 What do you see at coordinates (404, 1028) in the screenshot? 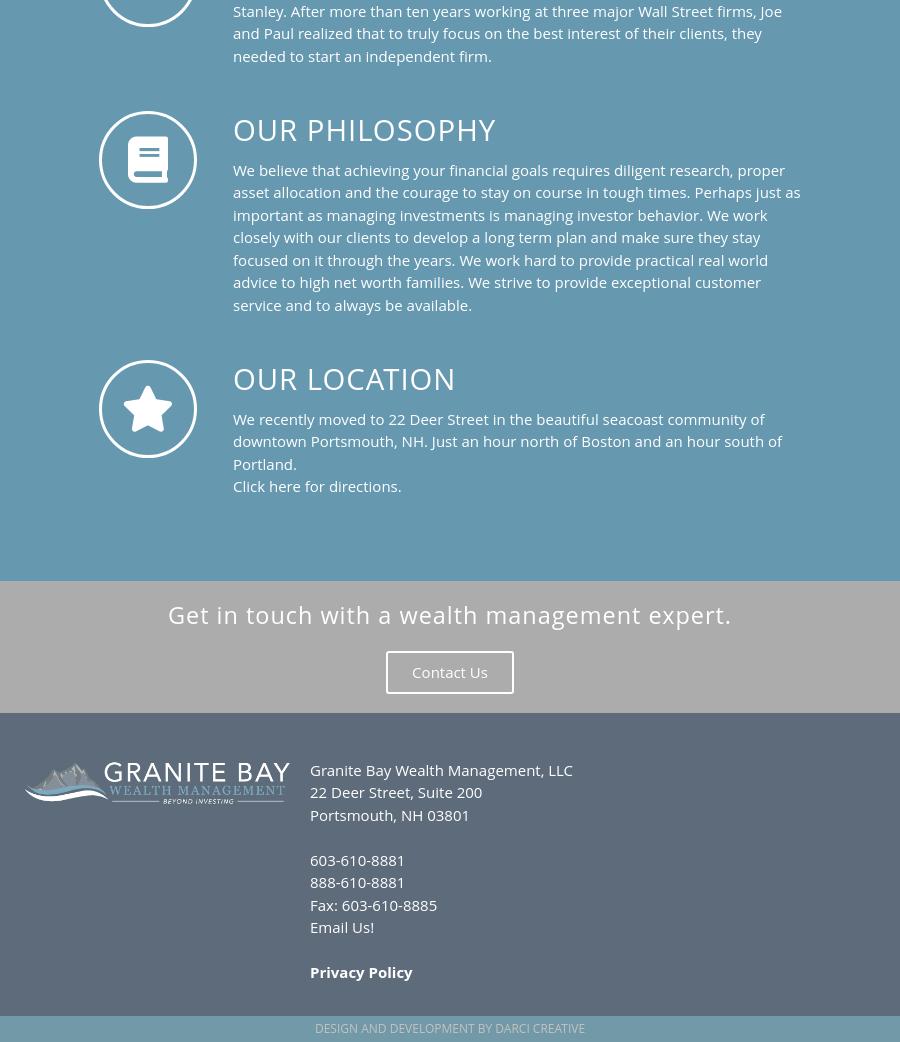
I see `'Design and Development by'` at bounding box center [404, 1028].